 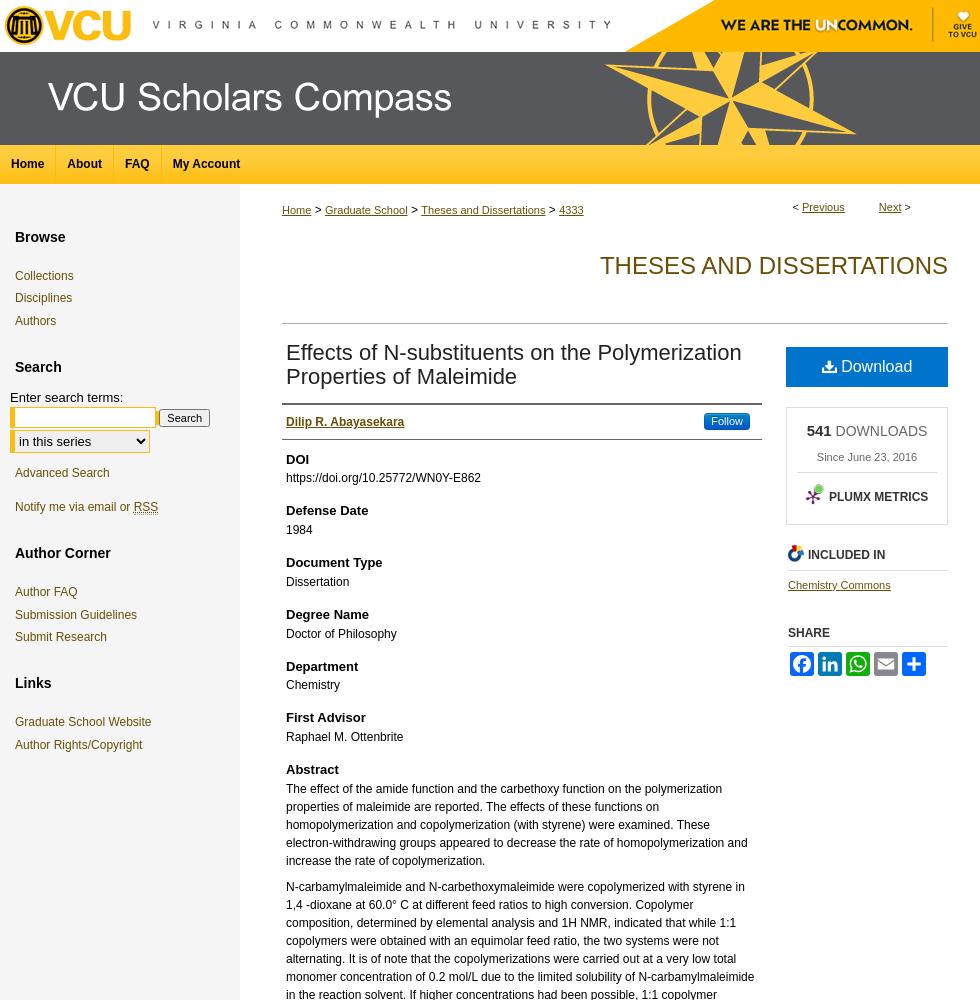 What do you see at coordinates (38, 366) in the screenshot?
I see `'Search'` at bounding box center [38, 366].